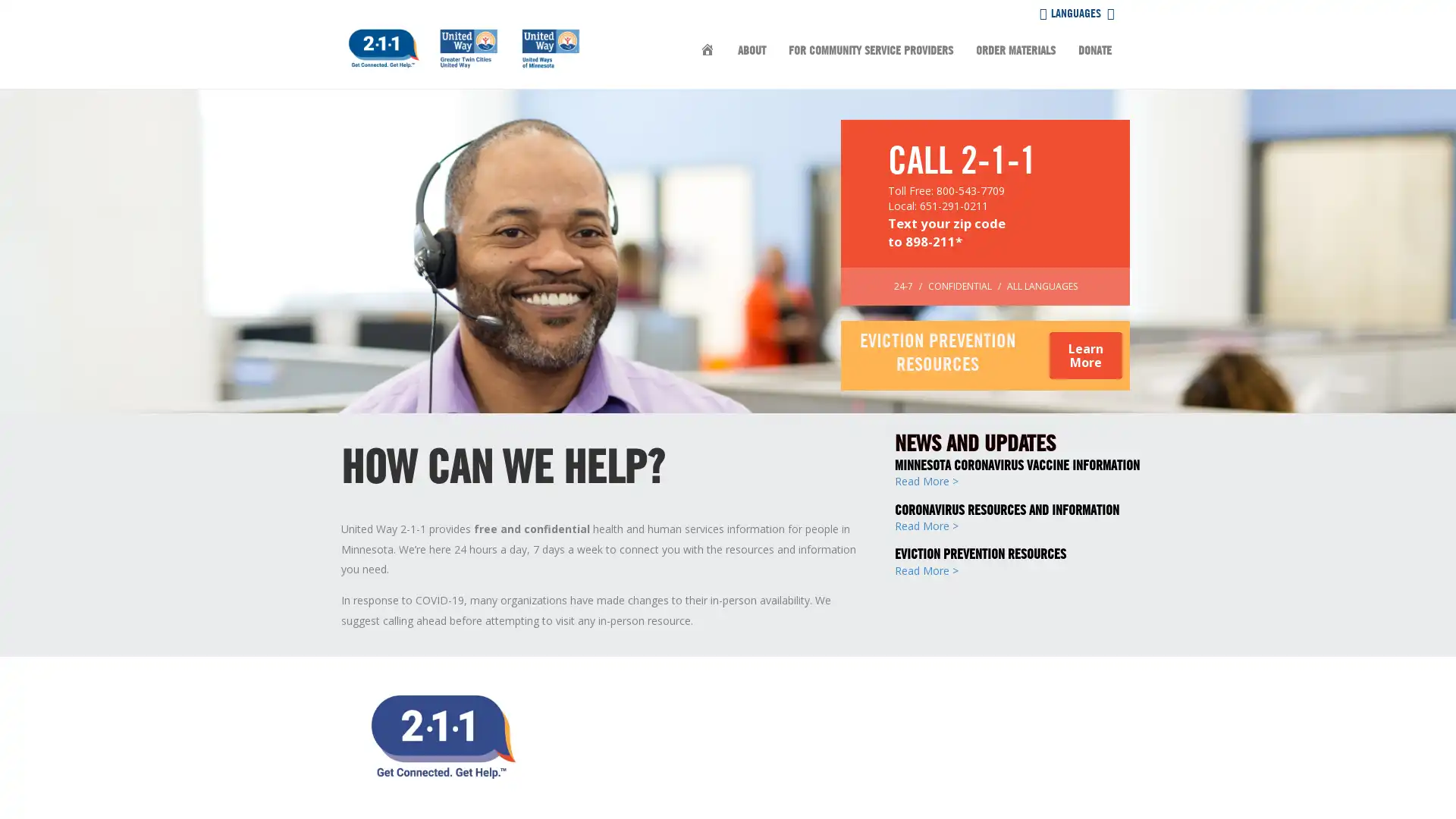 This screenshot has width=1456, height=819. What do you see at coordinates (1084, 356) in the screenshot?
I see `Learn More` at bounding box center [1084, 356].